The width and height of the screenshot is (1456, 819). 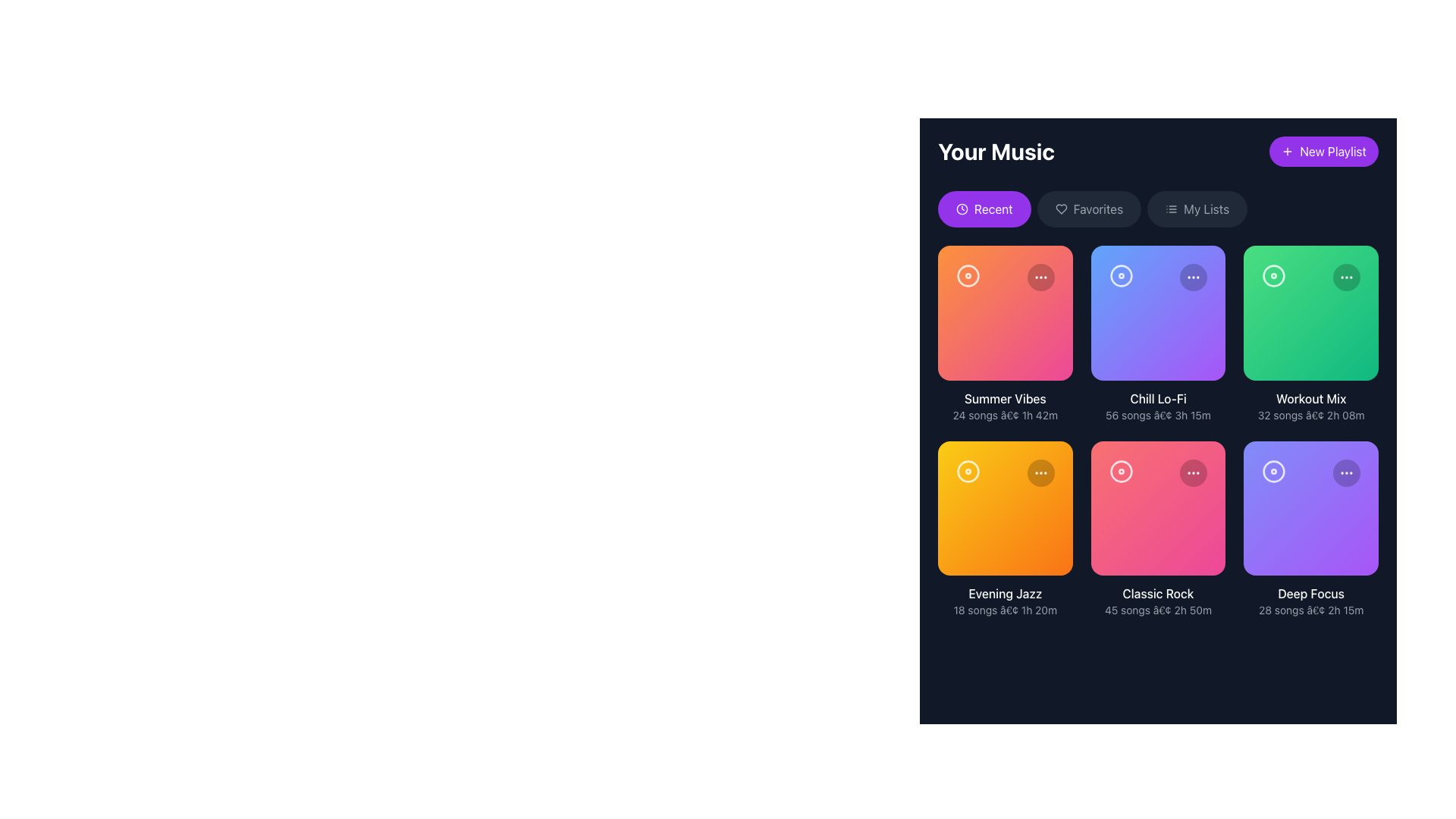 I want to click on the text label displaying 'Classic Rock' in white, located directly under the pink square component in the playlist grid, so click(x=1157, y=593).